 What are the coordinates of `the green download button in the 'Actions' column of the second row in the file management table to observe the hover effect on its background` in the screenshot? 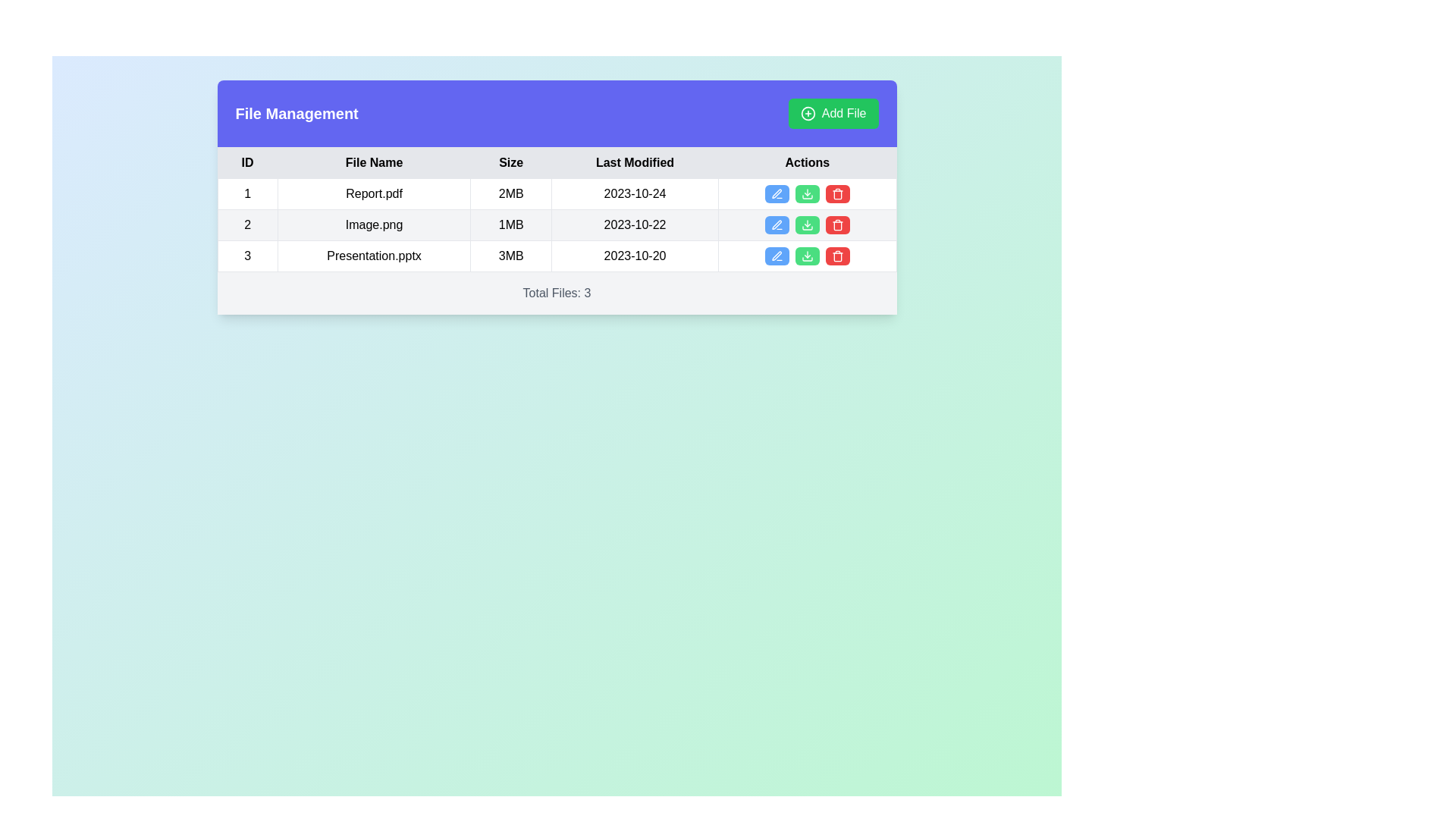 It's located at (806, 225).